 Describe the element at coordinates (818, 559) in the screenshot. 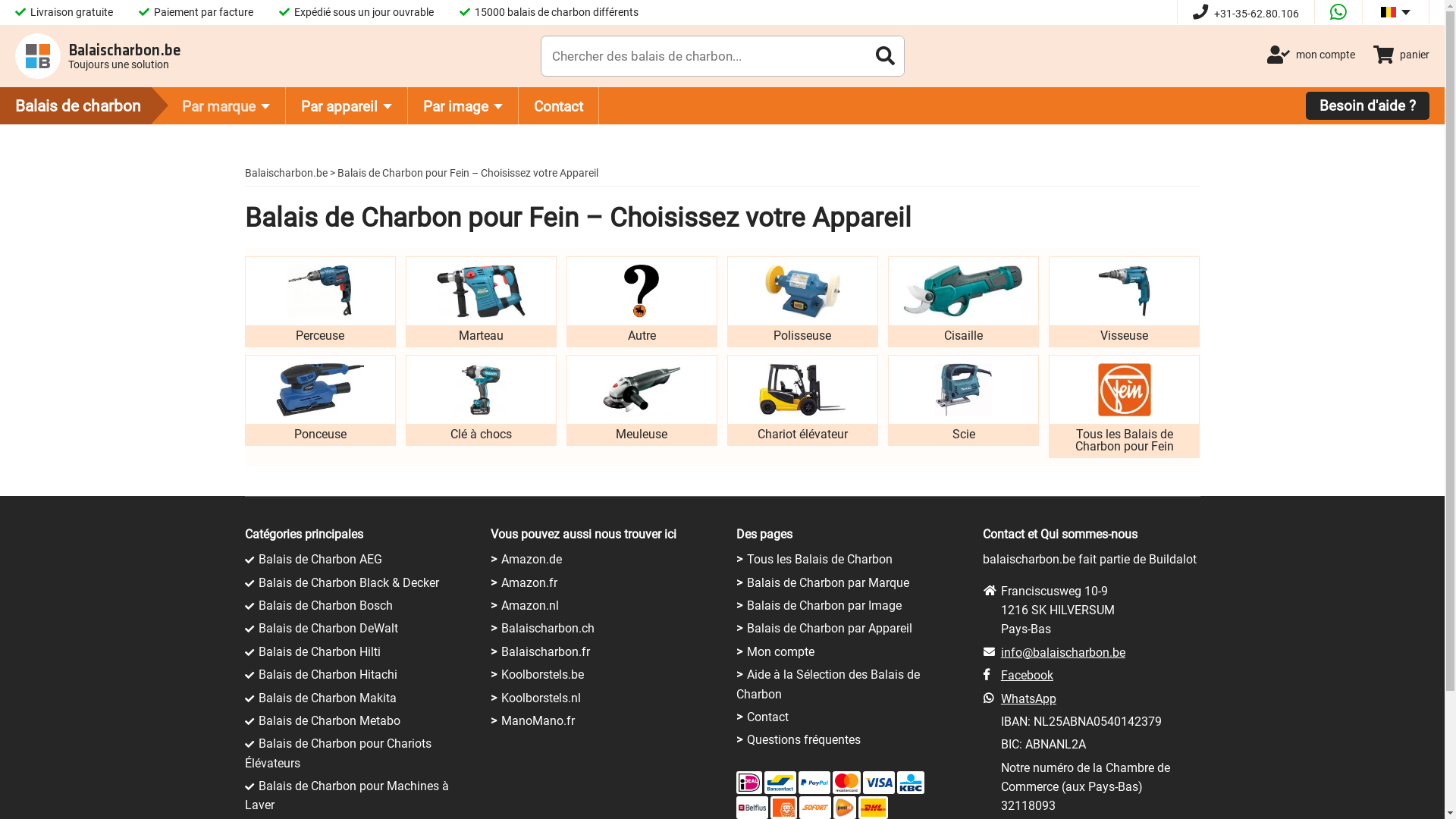

I see `'Tous les Balais de Charbon'` at that location.